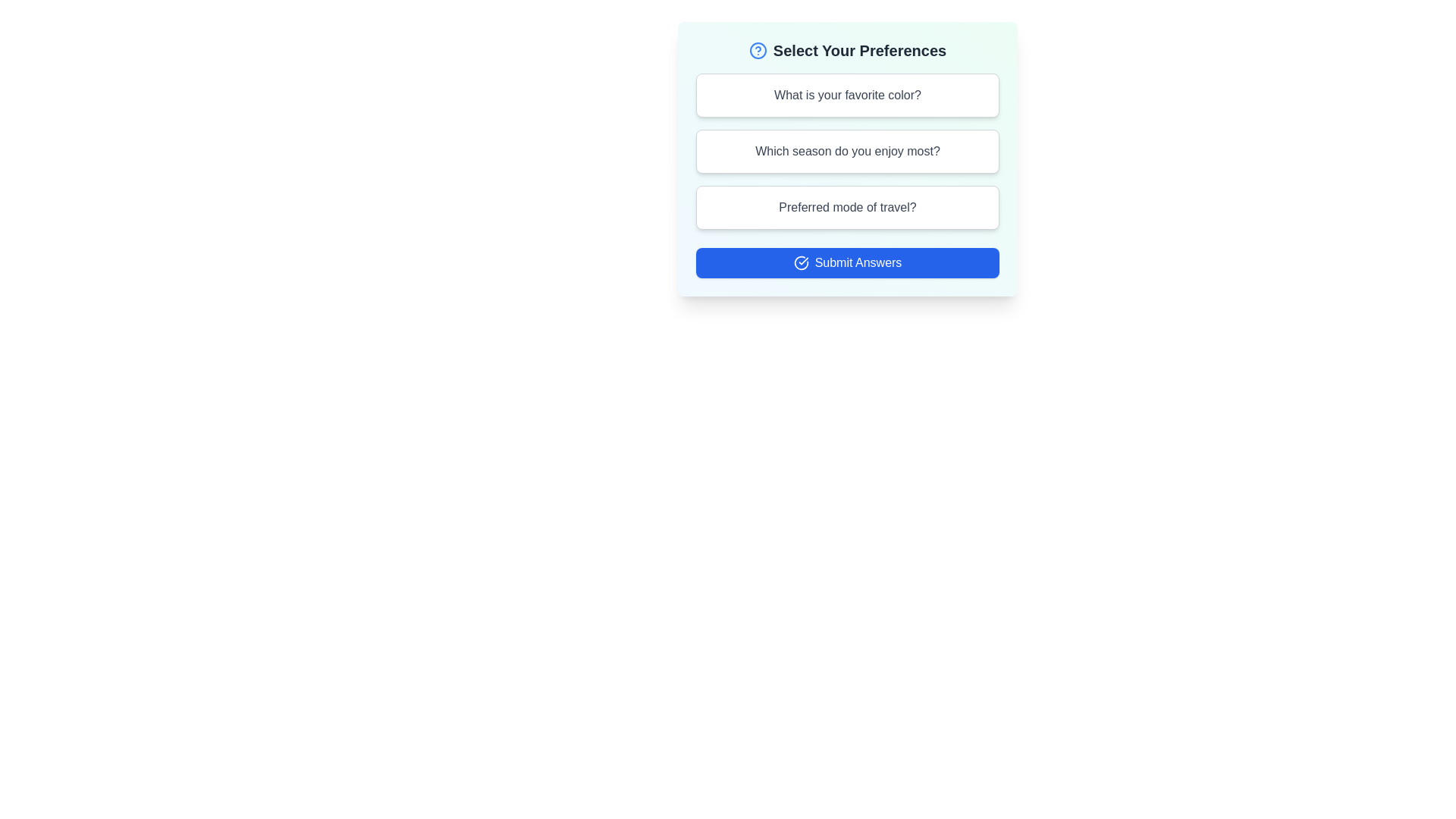 Image resolution: width=1456 pixels, height=819 pixels. I want to click on the question card labeled 'Which season do you enjoy most?' to preview its selection state, so click(847, 152).